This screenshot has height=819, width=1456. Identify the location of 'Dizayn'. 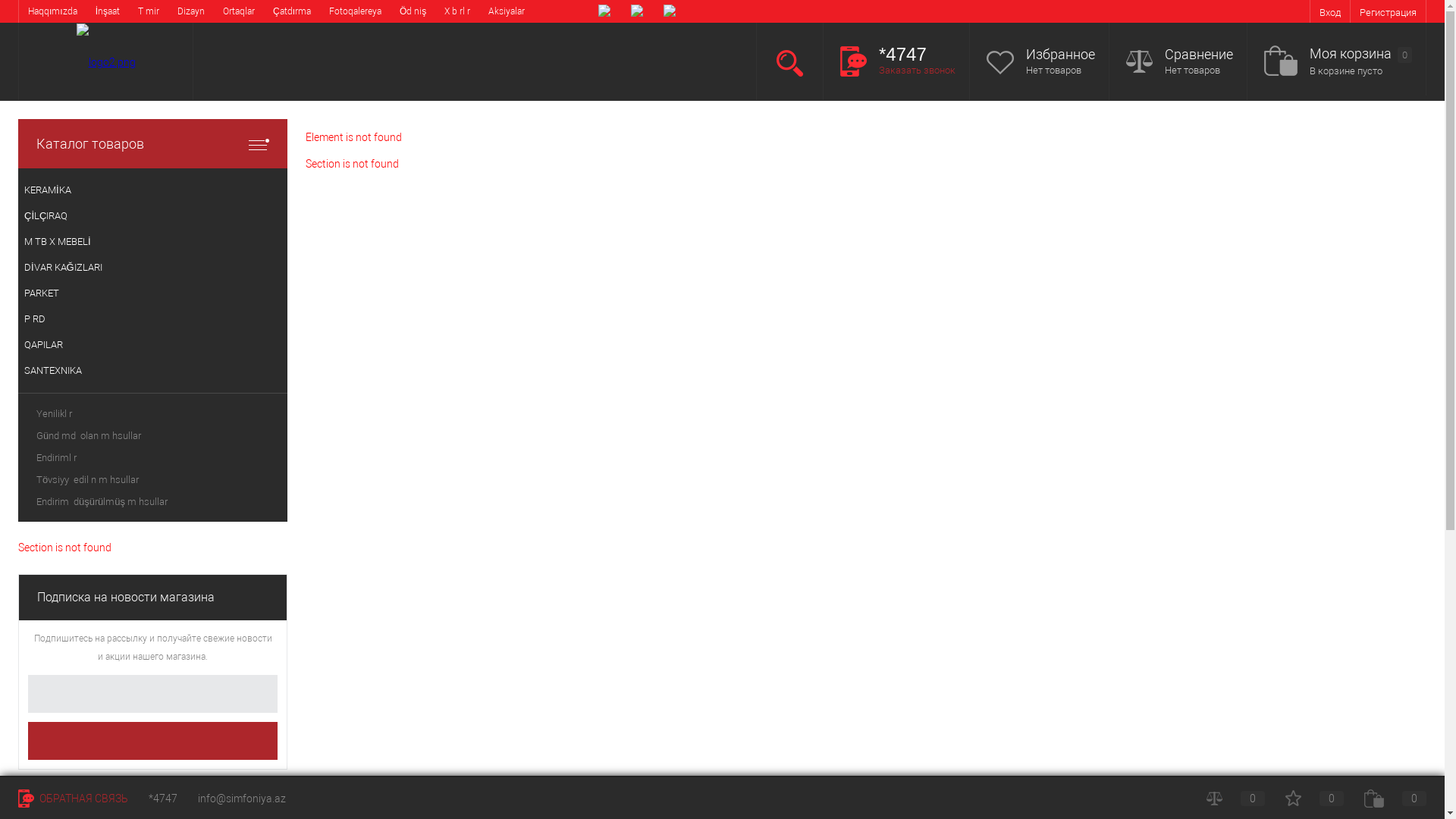
(190, 11).